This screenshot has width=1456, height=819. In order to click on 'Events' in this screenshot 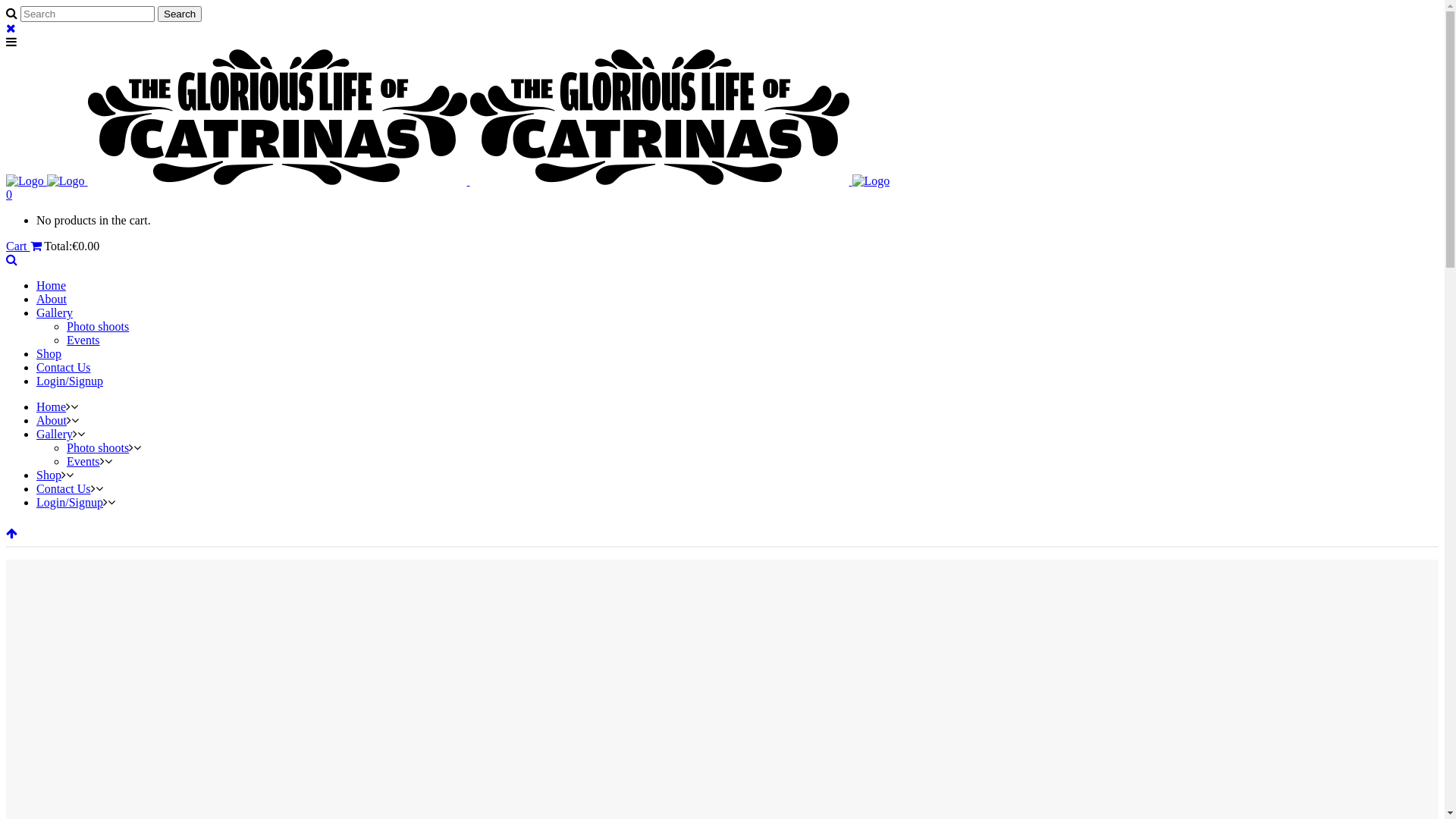, I will do `click(65, 339)`.